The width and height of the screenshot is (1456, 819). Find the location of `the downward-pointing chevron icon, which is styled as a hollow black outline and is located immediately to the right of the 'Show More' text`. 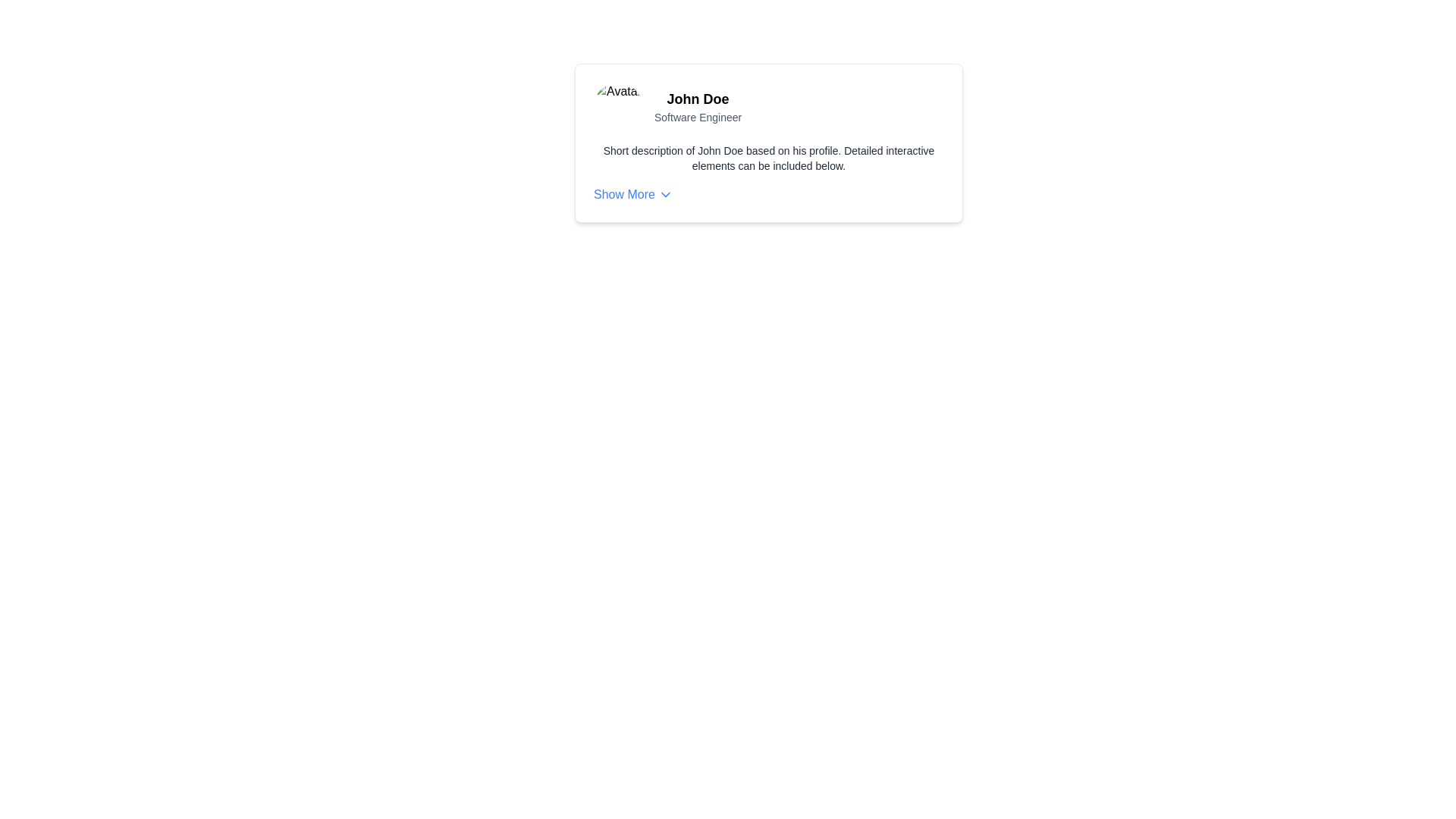

the downward-pointing chevron icon, which is styled as a hollow black outline and is located immediately to the right of the 'Show More' text is located at coordinates (665, 194).